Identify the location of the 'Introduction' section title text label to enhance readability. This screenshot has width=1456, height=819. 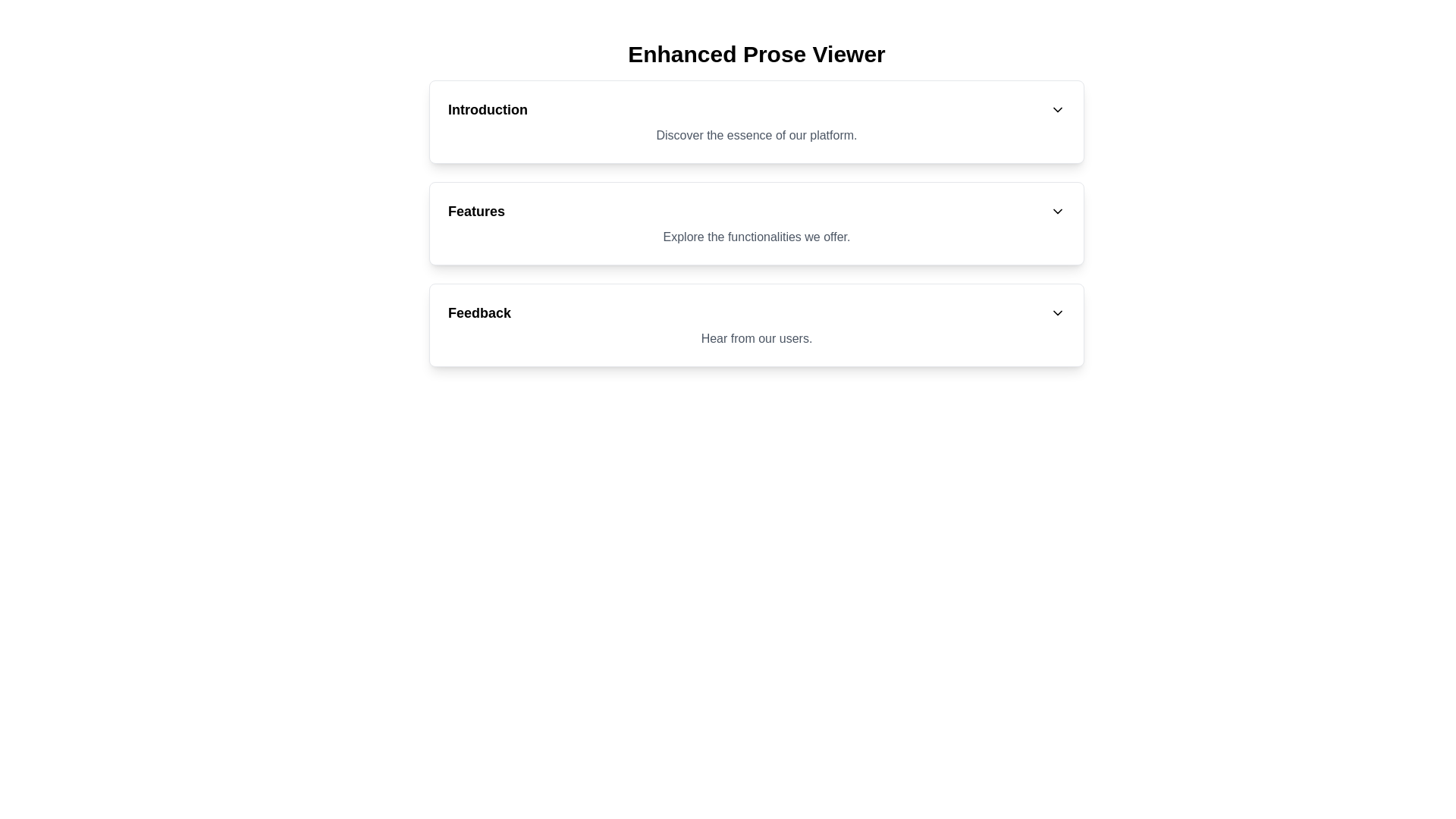
(488, 109).